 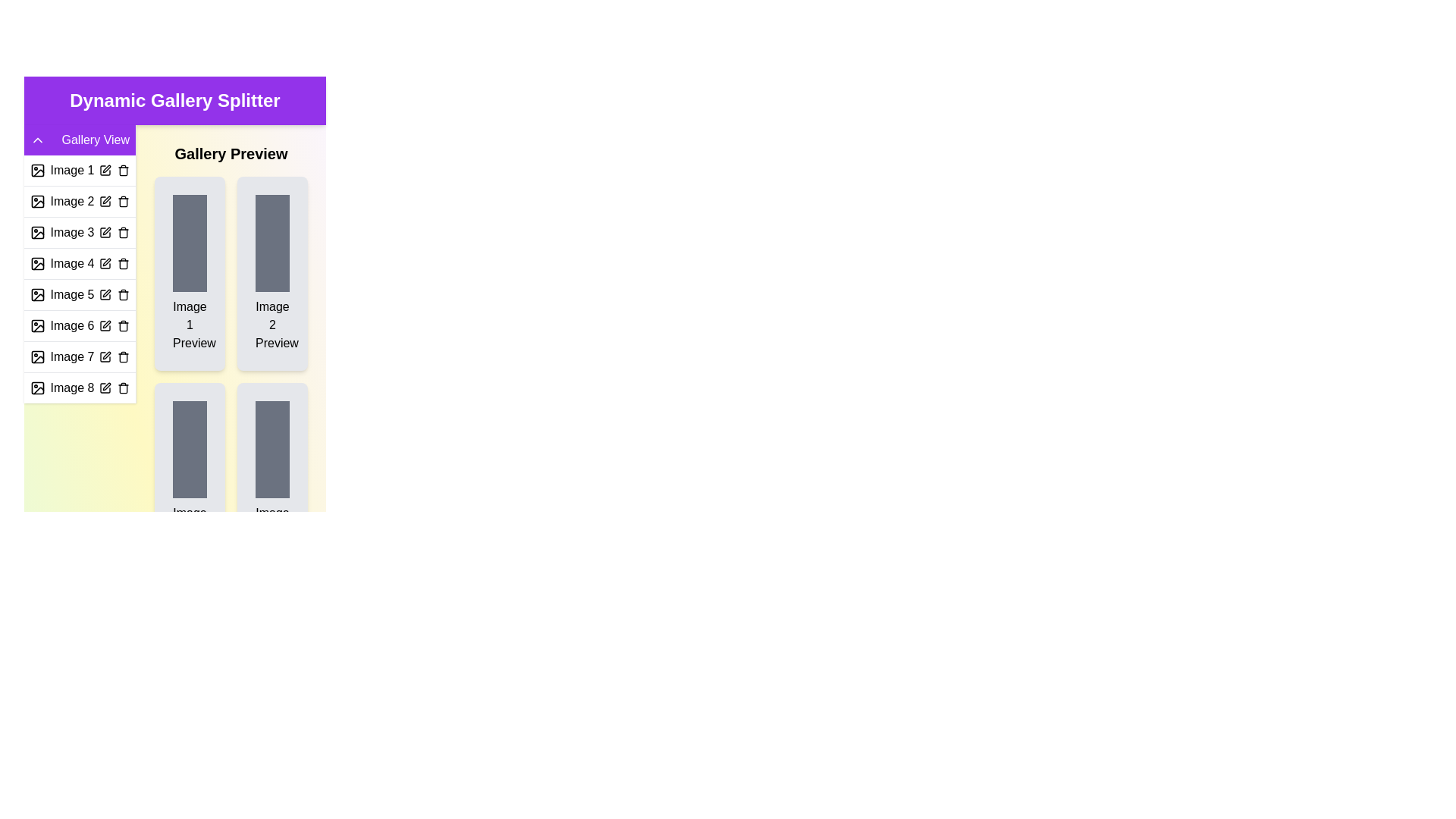 What do you see at coordinates (105, 199) in the screenshot?
I see `the edit icon next to the thumbnail for 'Image 2'` at bounding box center [105, 199].